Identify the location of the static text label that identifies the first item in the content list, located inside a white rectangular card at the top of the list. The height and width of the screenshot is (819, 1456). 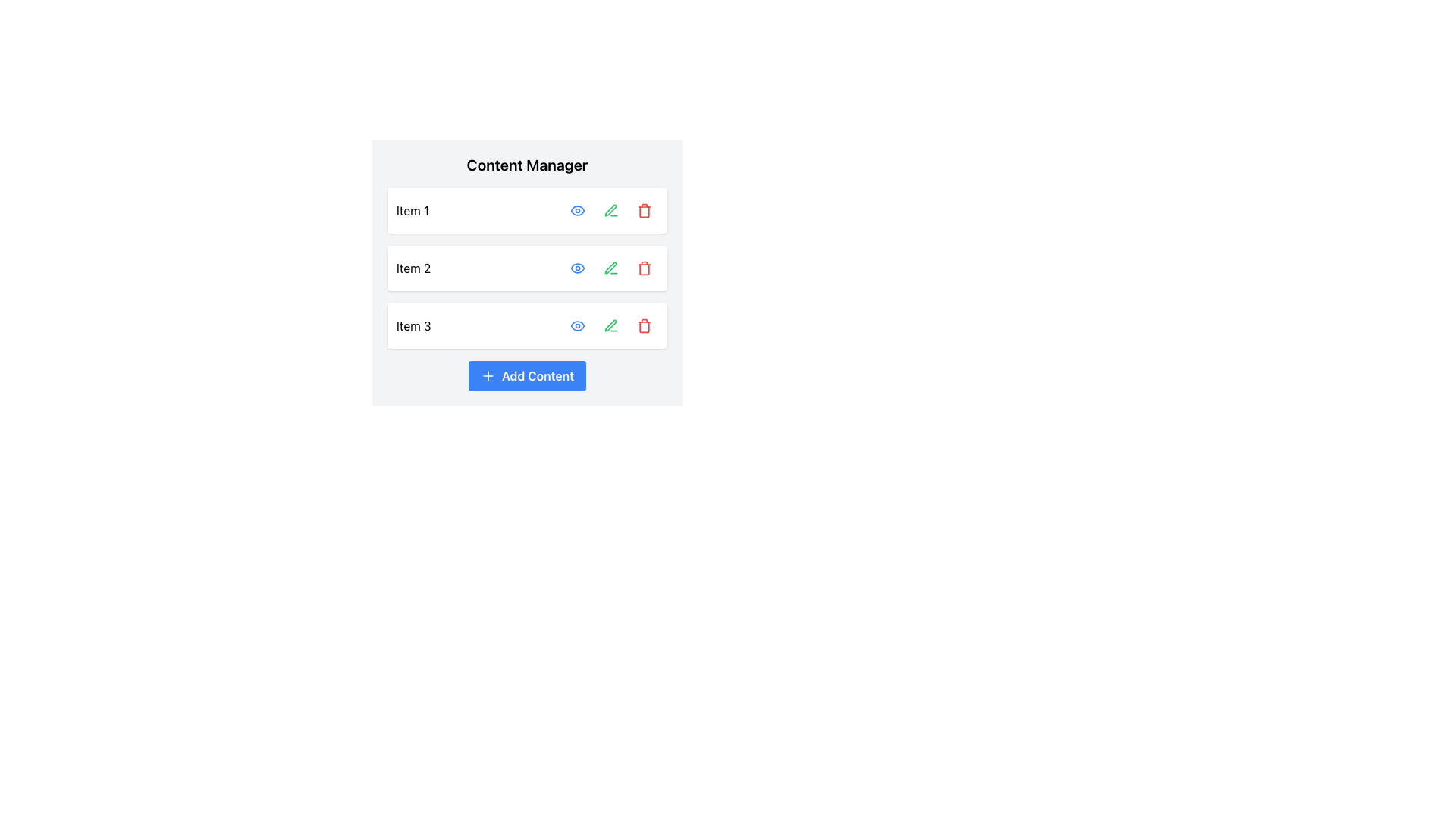
(413, 210).